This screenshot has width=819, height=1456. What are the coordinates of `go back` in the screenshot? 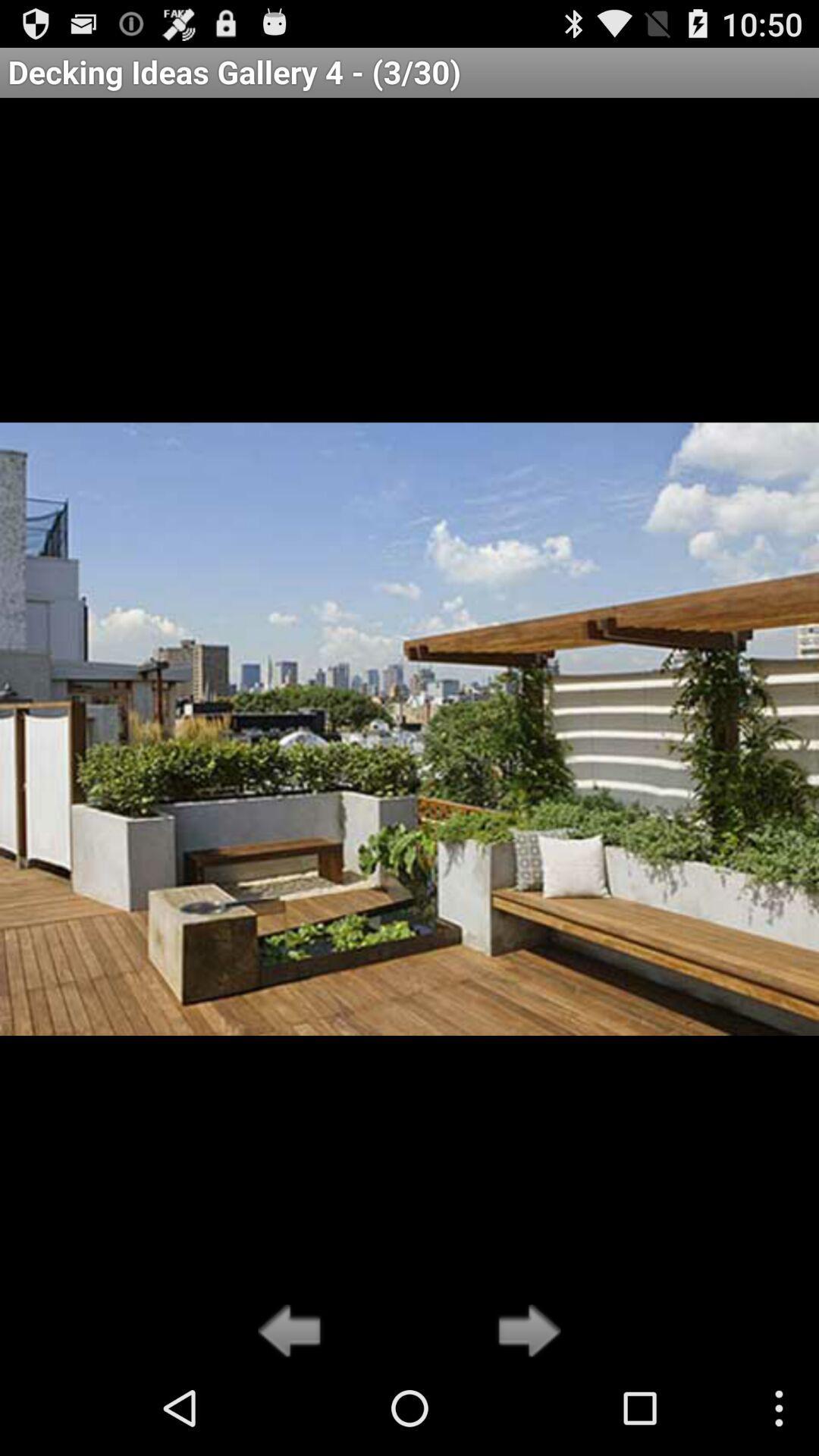 It's located at (293, 1332).